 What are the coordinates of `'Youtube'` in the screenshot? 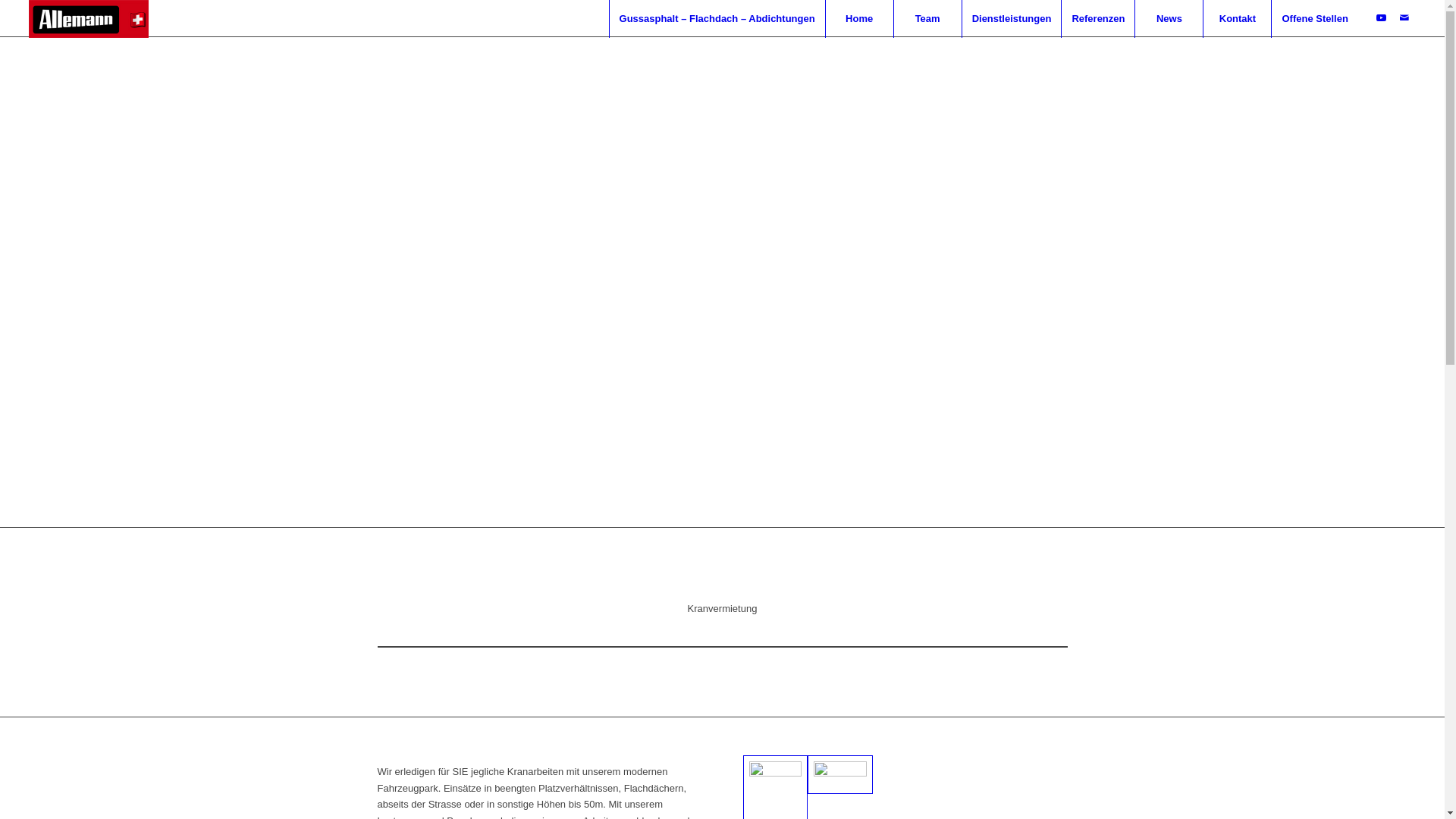 It's located at (1382, 17).